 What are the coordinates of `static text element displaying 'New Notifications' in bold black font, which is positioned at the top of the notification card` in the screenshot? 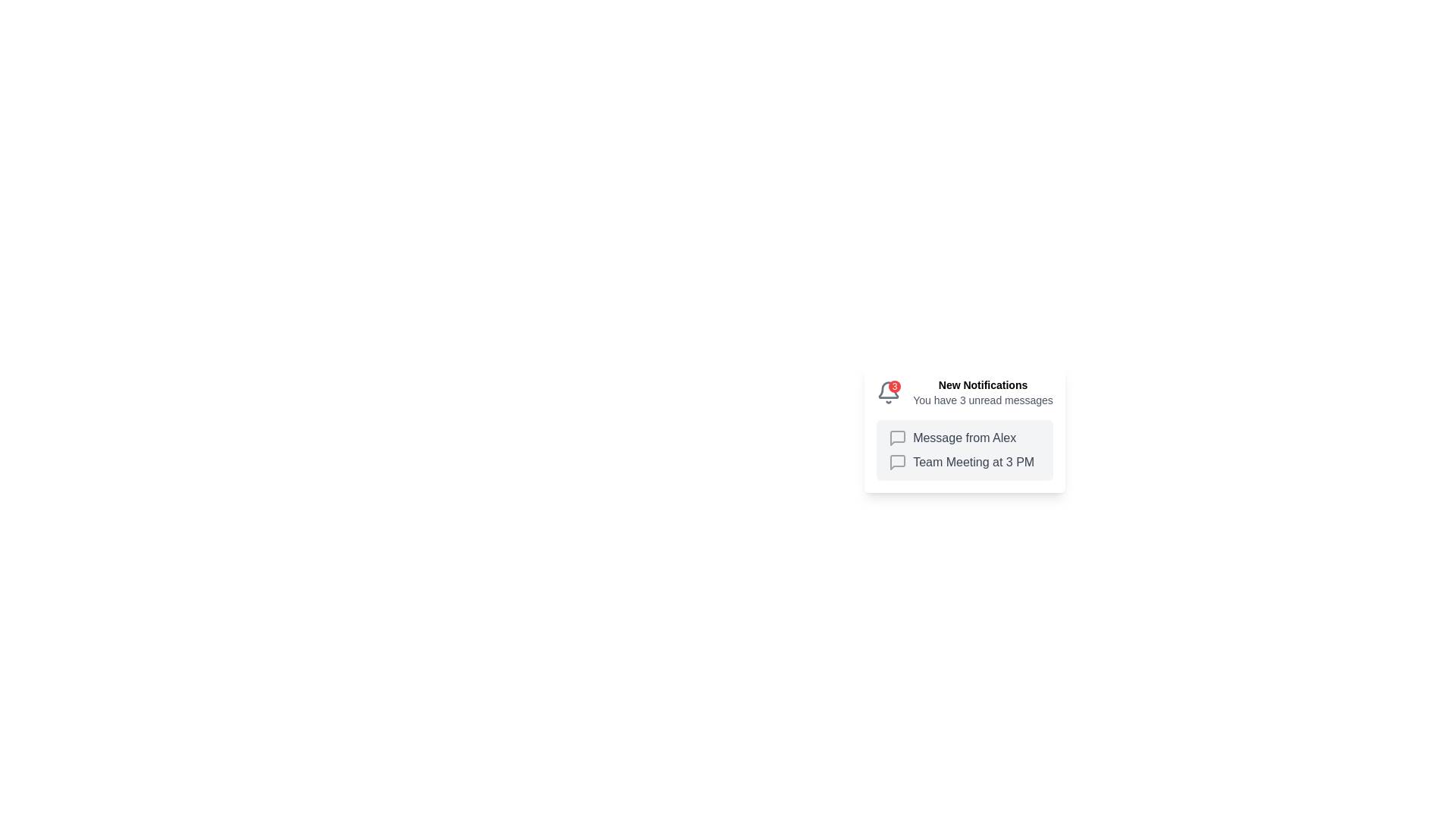 It's located at (983, 384).